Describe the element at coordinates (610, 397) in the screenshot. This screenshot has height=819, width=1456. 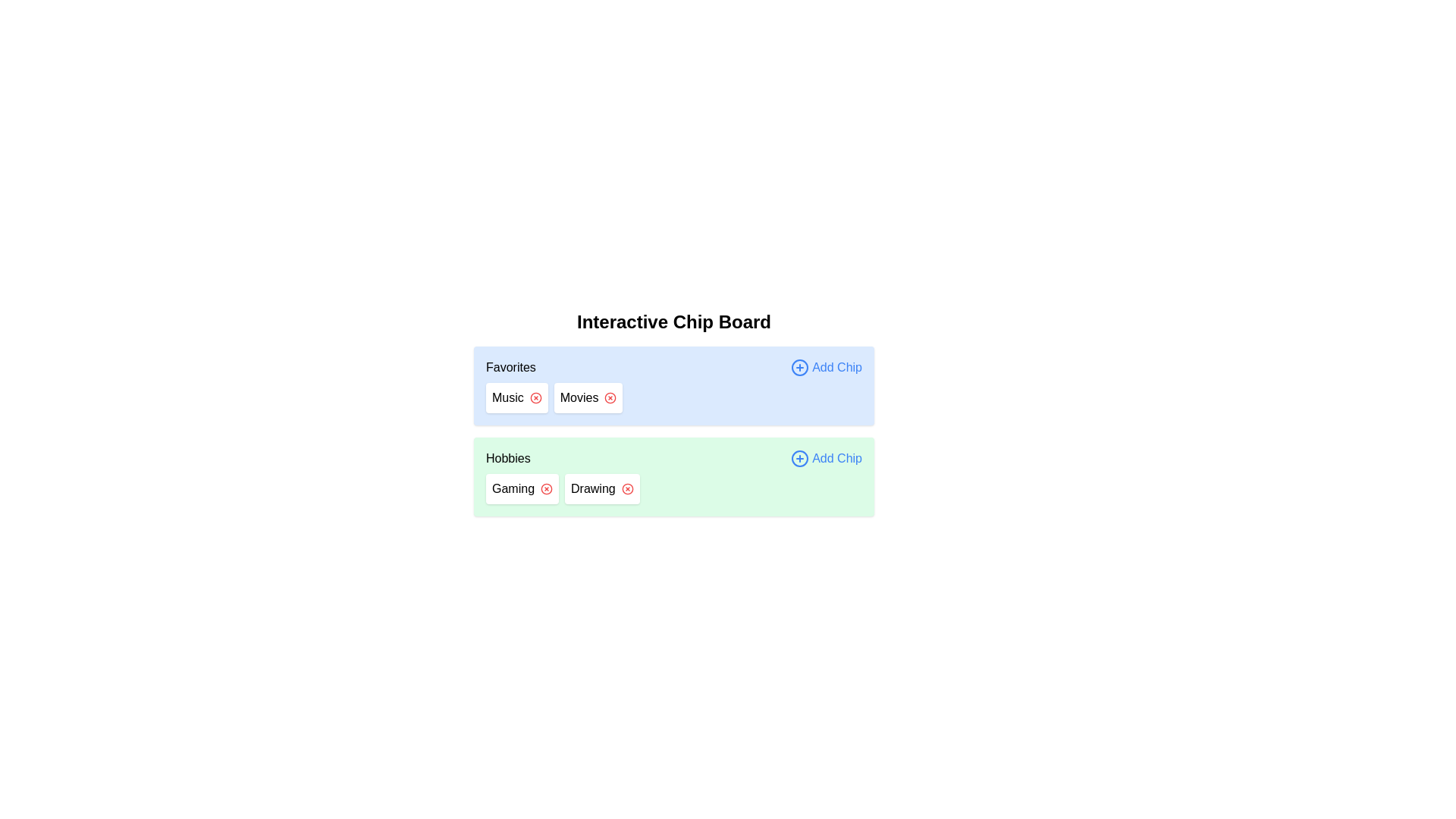
I see `'Remove' icon on the chip labeled Movies` at that location.